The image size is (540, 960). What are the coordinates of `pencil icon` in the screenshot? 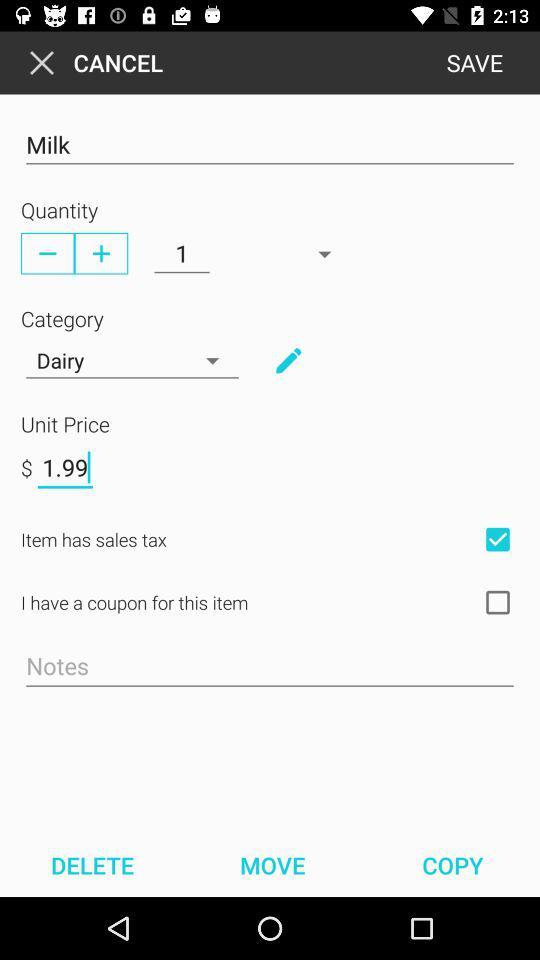 It's located at (287, 360).